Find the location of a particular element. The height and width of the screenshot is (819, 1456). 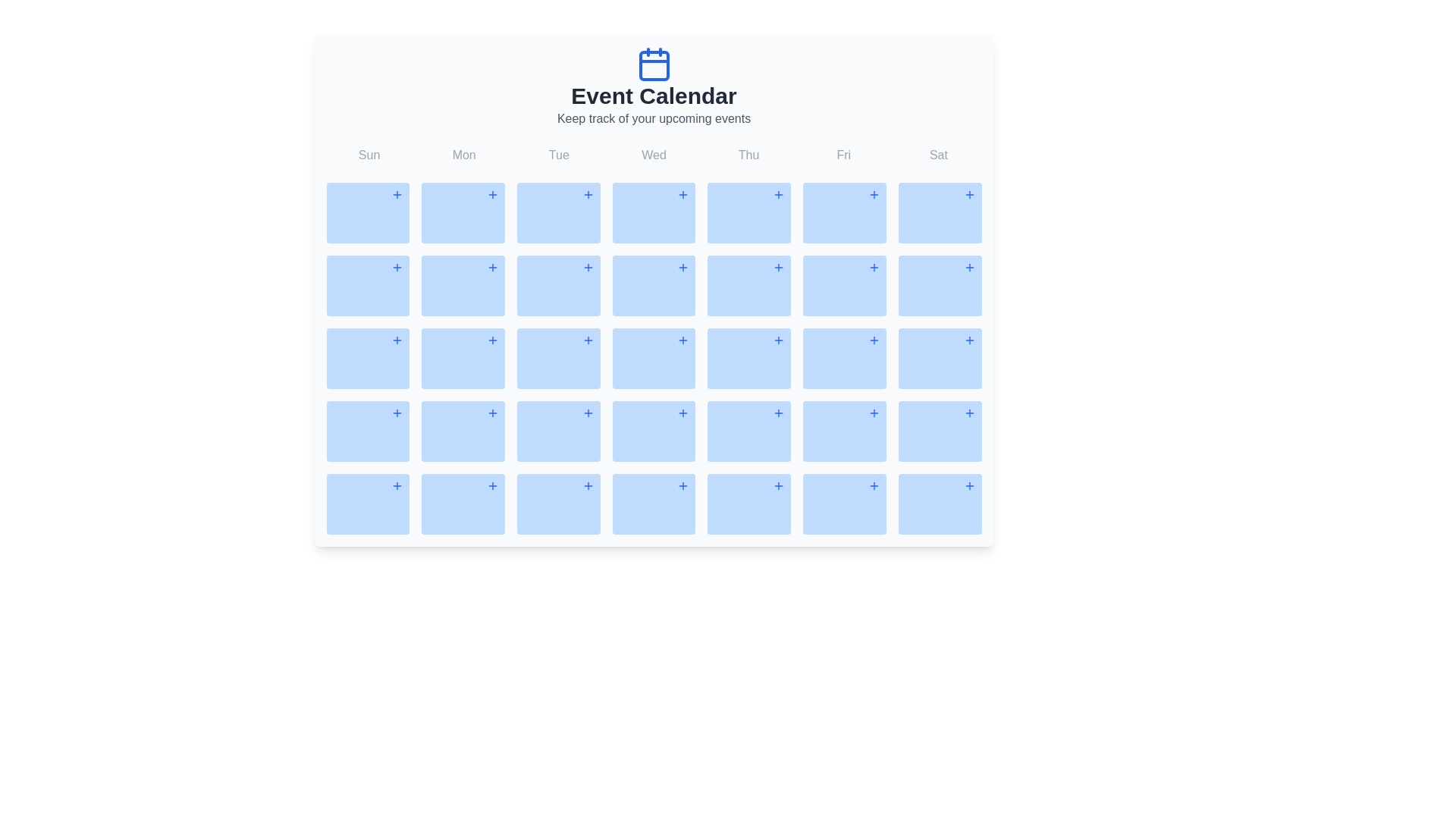

the 'Sunday' text label, which is the first element in the series of day labels at the top of the calendar interface is located at coordinates (369, 155).